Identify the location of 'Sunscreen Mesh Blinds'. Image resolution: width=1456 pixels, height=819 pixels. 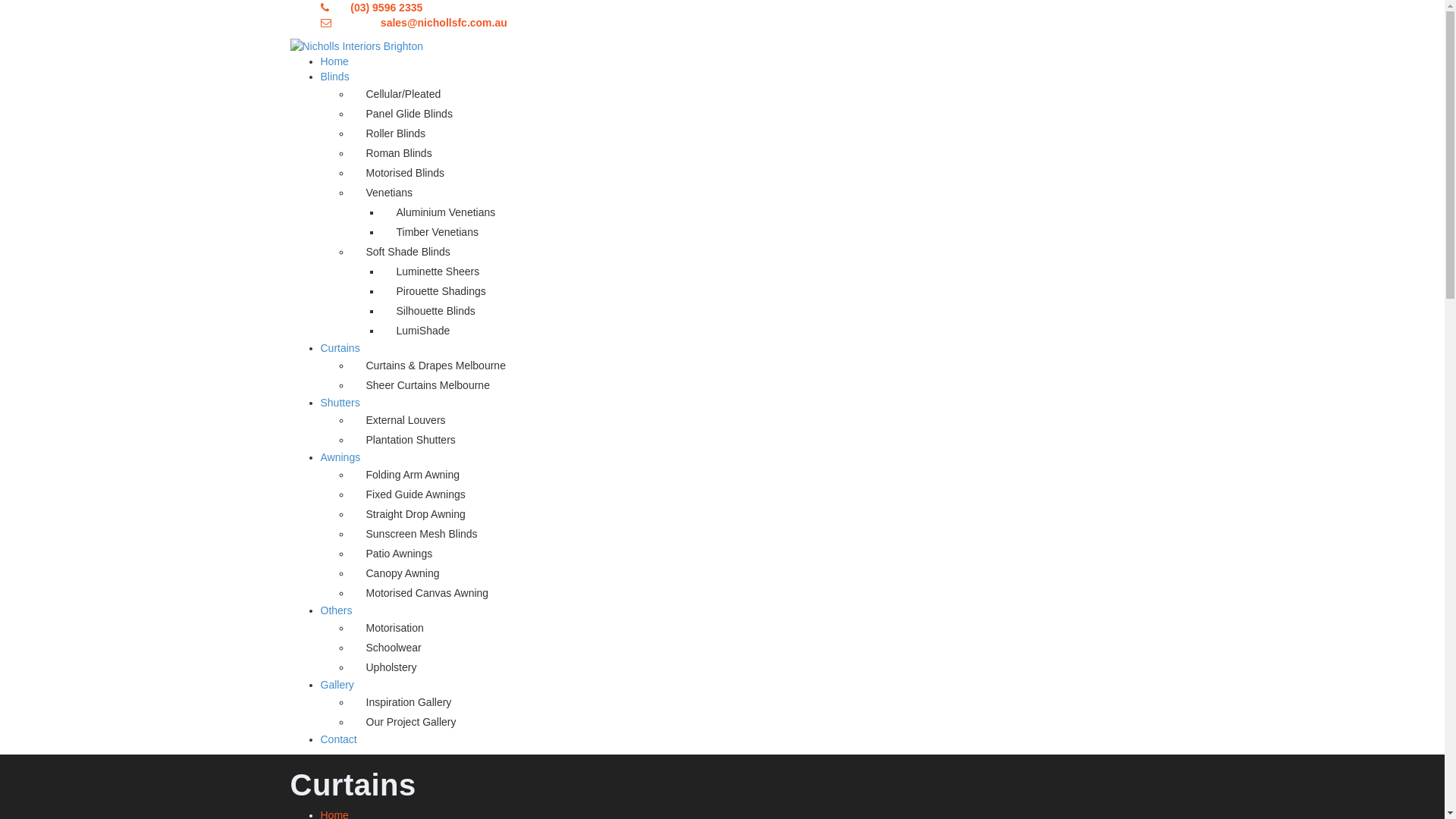
(349, 533).